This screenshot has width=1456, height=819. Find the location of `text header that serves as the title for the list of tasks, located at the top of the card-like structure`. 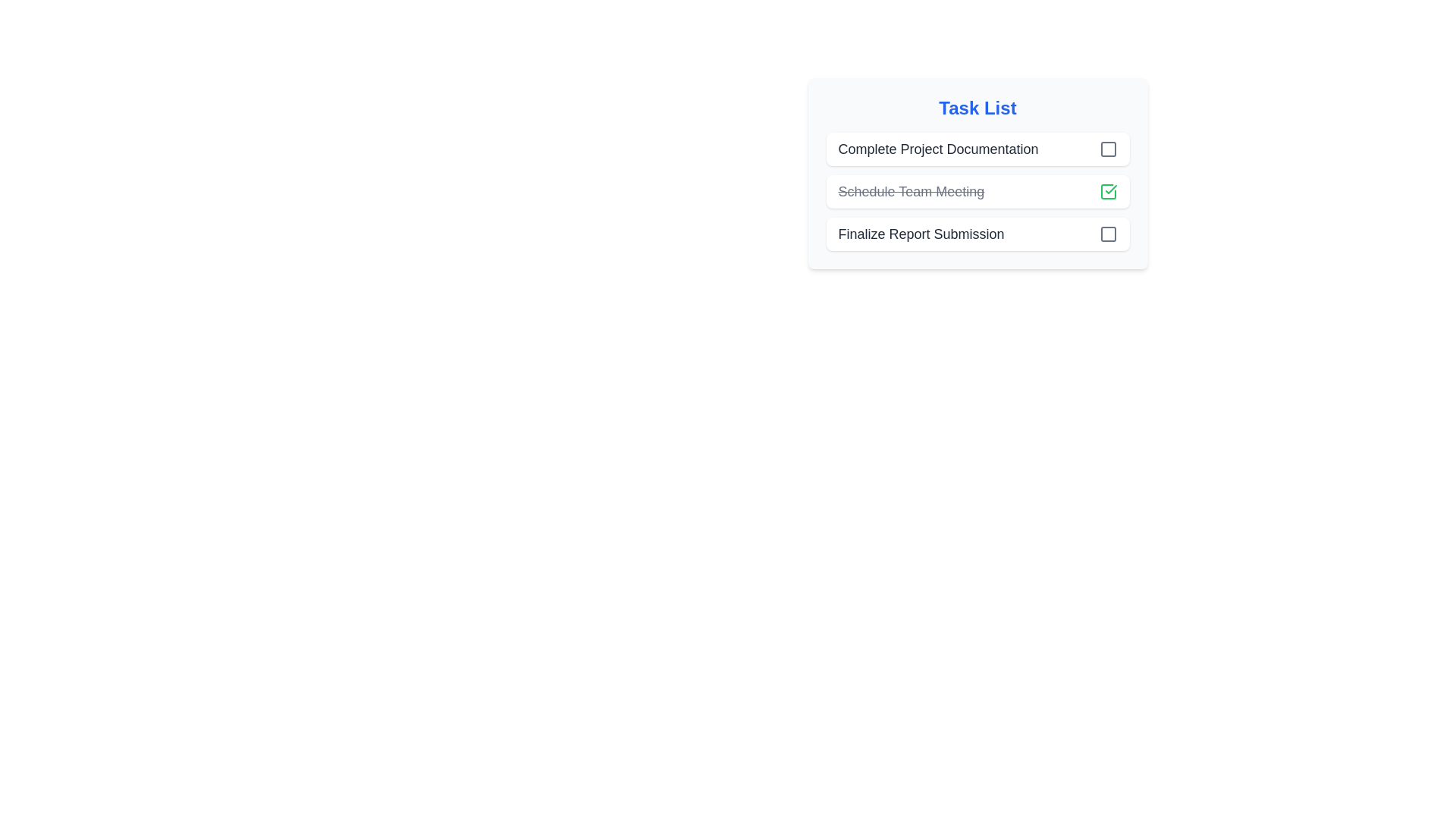

text header that serves as the title for the list of tasks, located at the top of the card-like structure is located at coordinates (977, 107).